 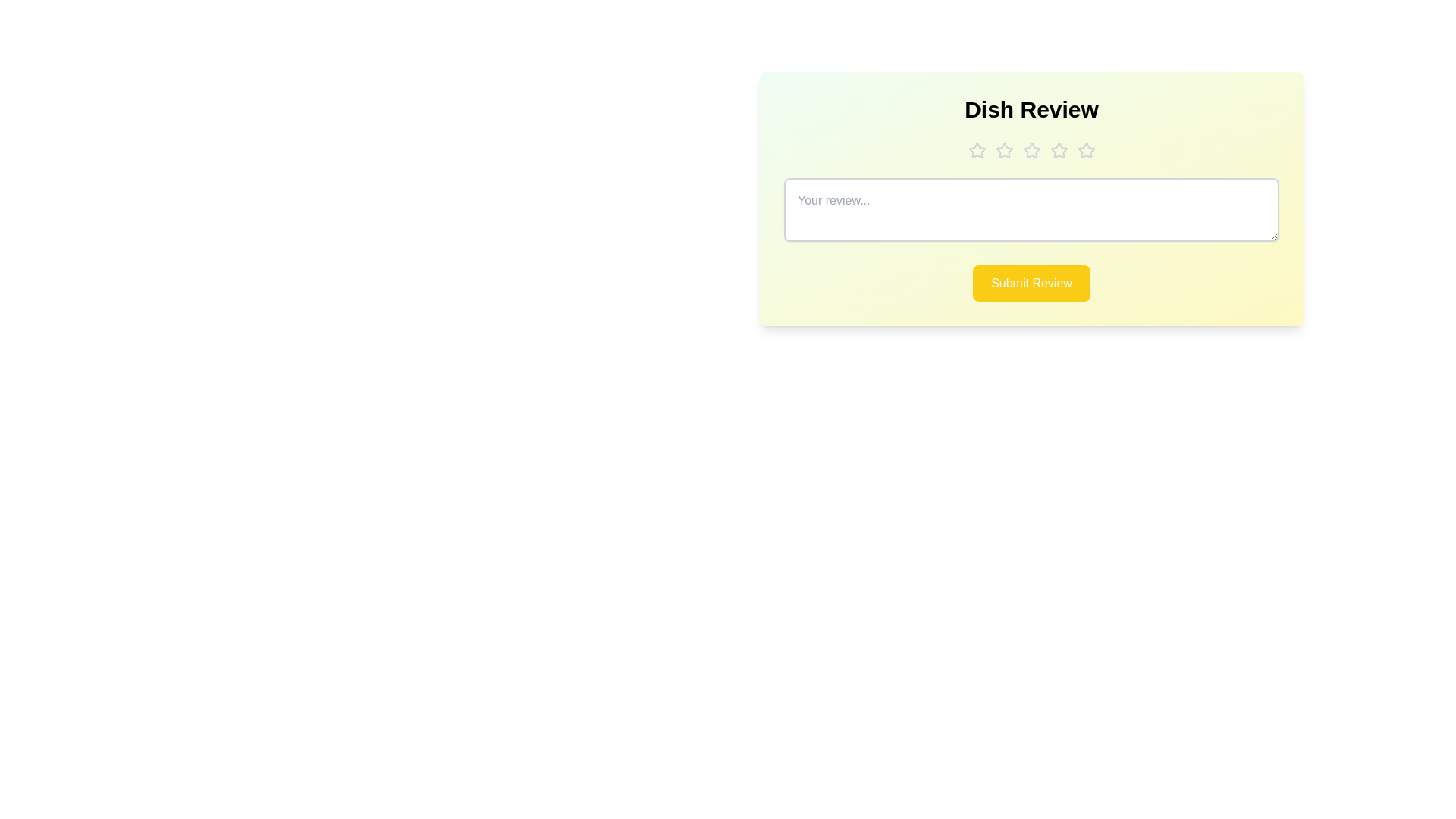 What do you see at coordinates (977, 151) in the screenshot?
I see `the dish rating to 1 stars by clicking on the corresponding star` at bounding box center [977, 151].